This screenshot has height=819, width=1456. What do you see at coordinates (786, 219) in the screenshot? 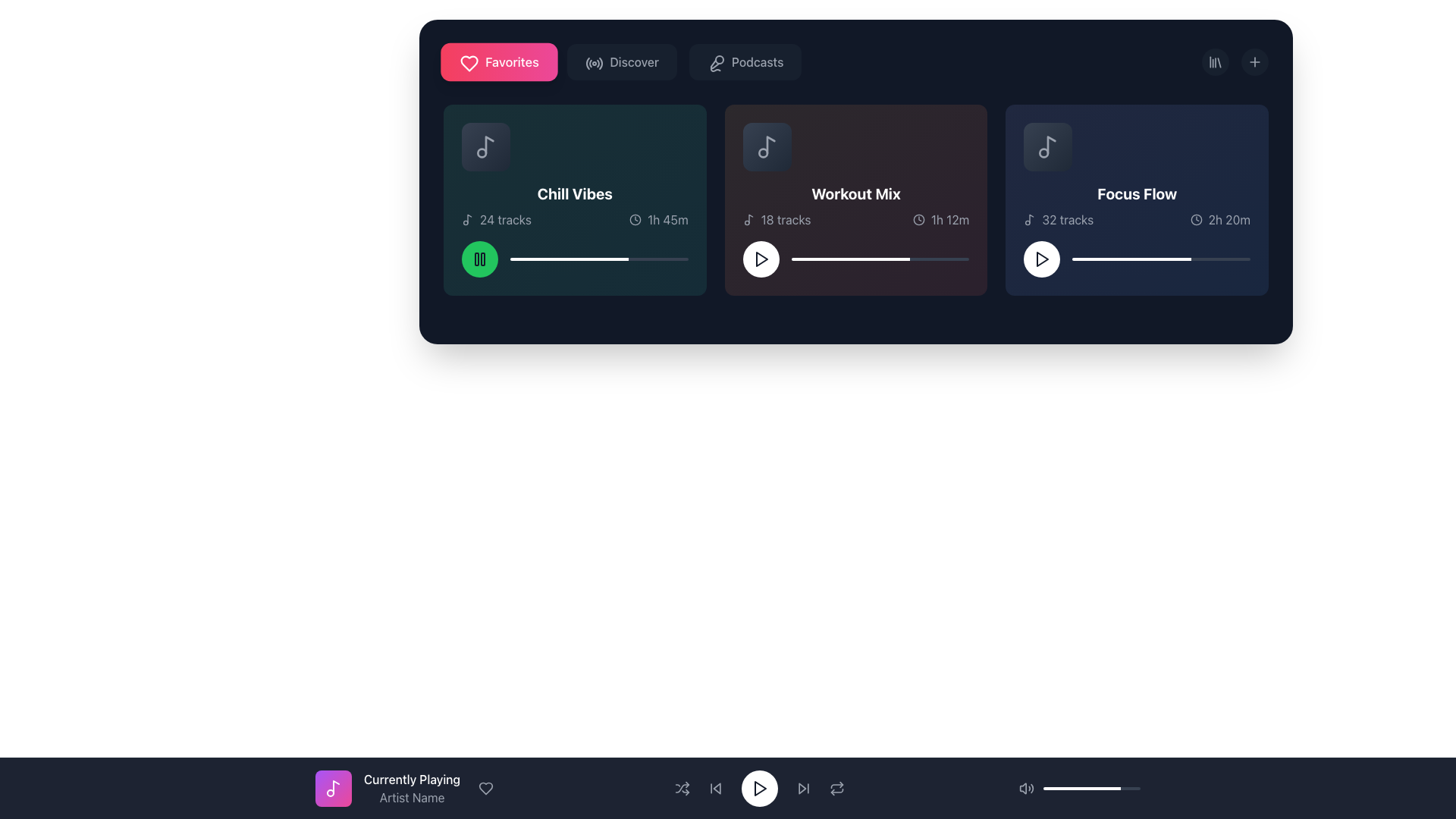
I see `the text label displaying '18 tracks' in light gray color on a dark background, located within the 'Workout Mix' card, to the right of a small music icon and above a white progress bar` at bounding box center [786, 219].